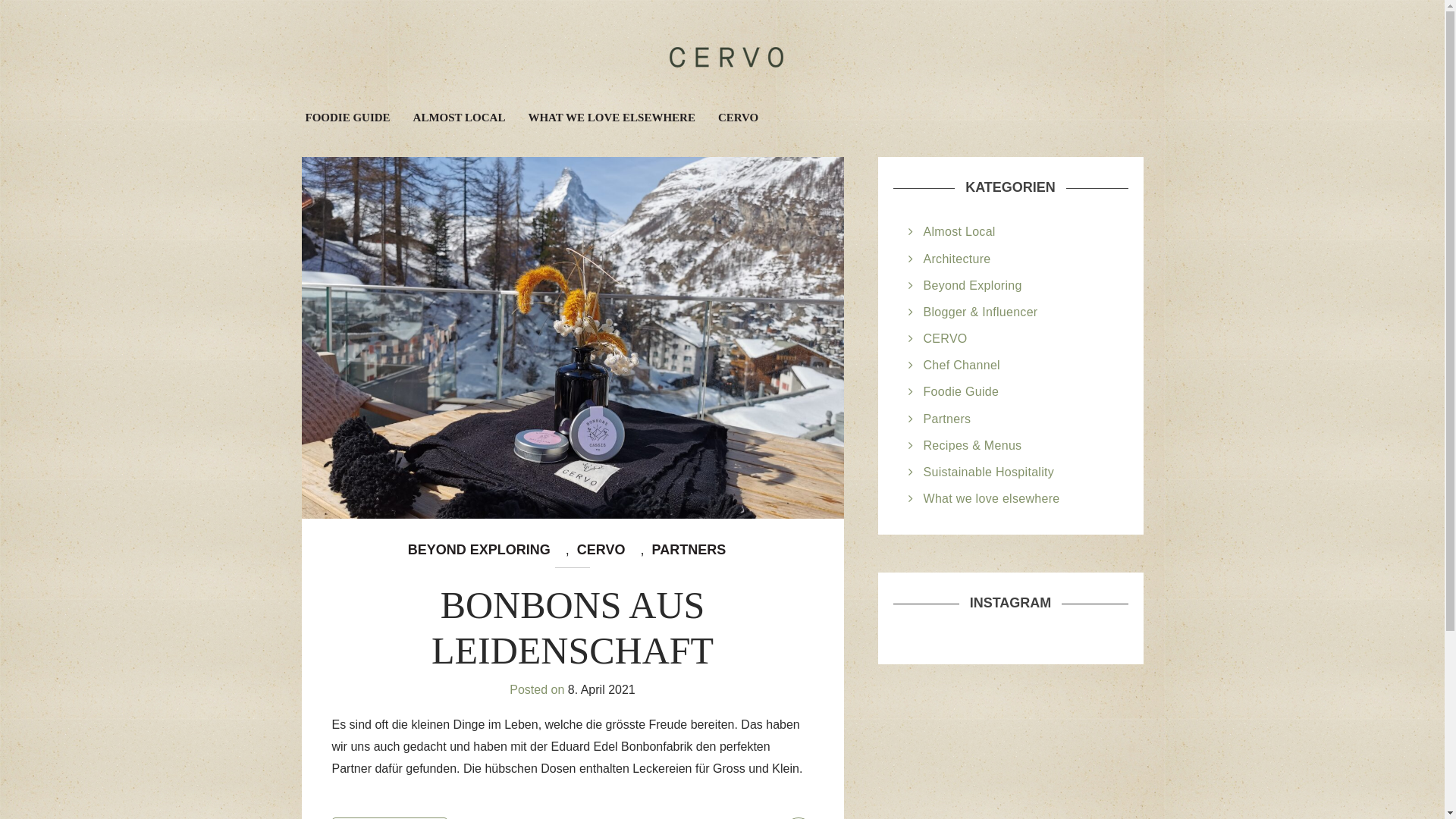  I want to click on 'Suistainable Hospitality', so click(989, 471).